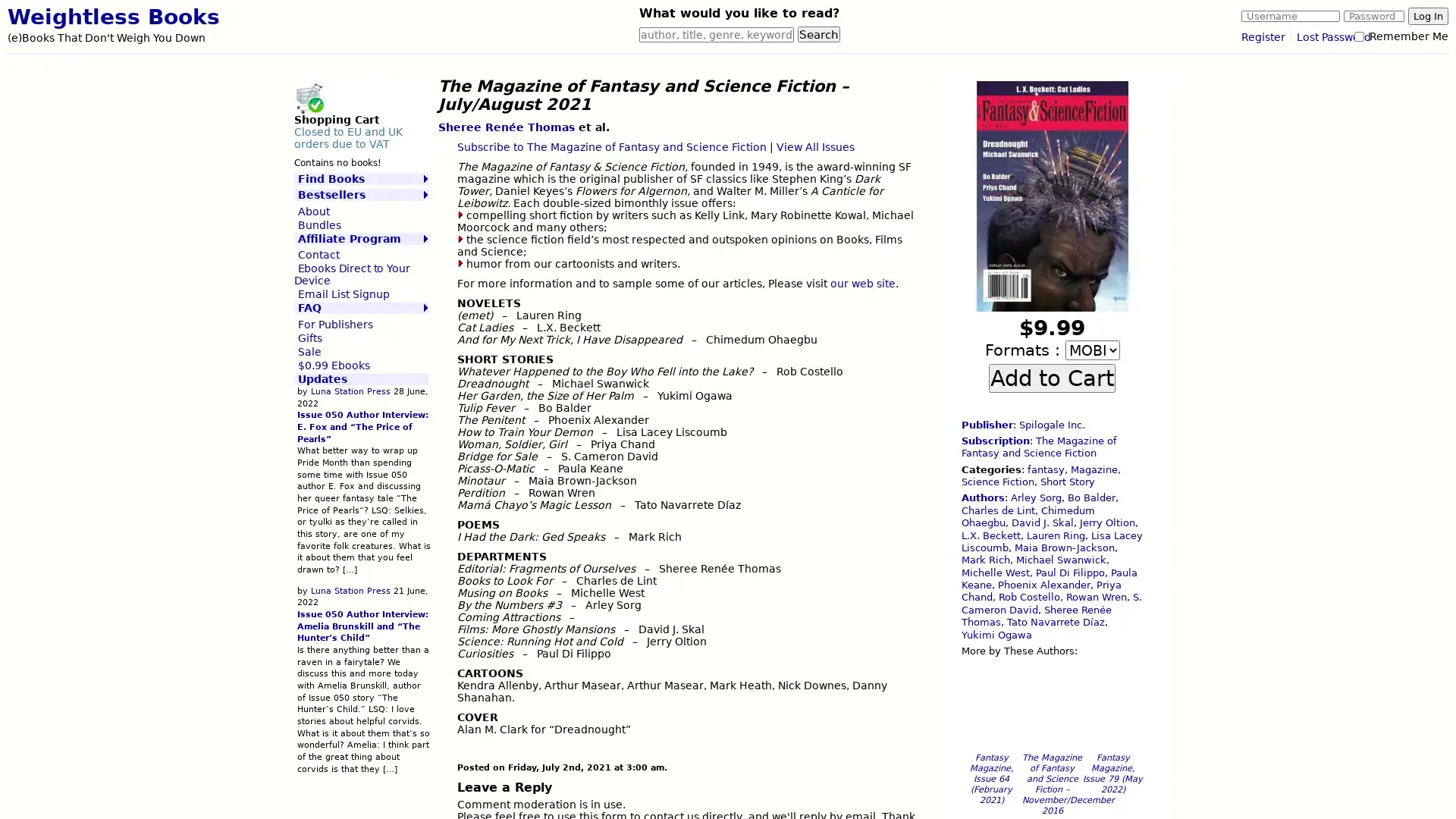 Image resolution: width=1456 pixels, height=819 pixels. Describe the element at coordinates (1427, 16) in the screenshot. I see `Log In` at that location.